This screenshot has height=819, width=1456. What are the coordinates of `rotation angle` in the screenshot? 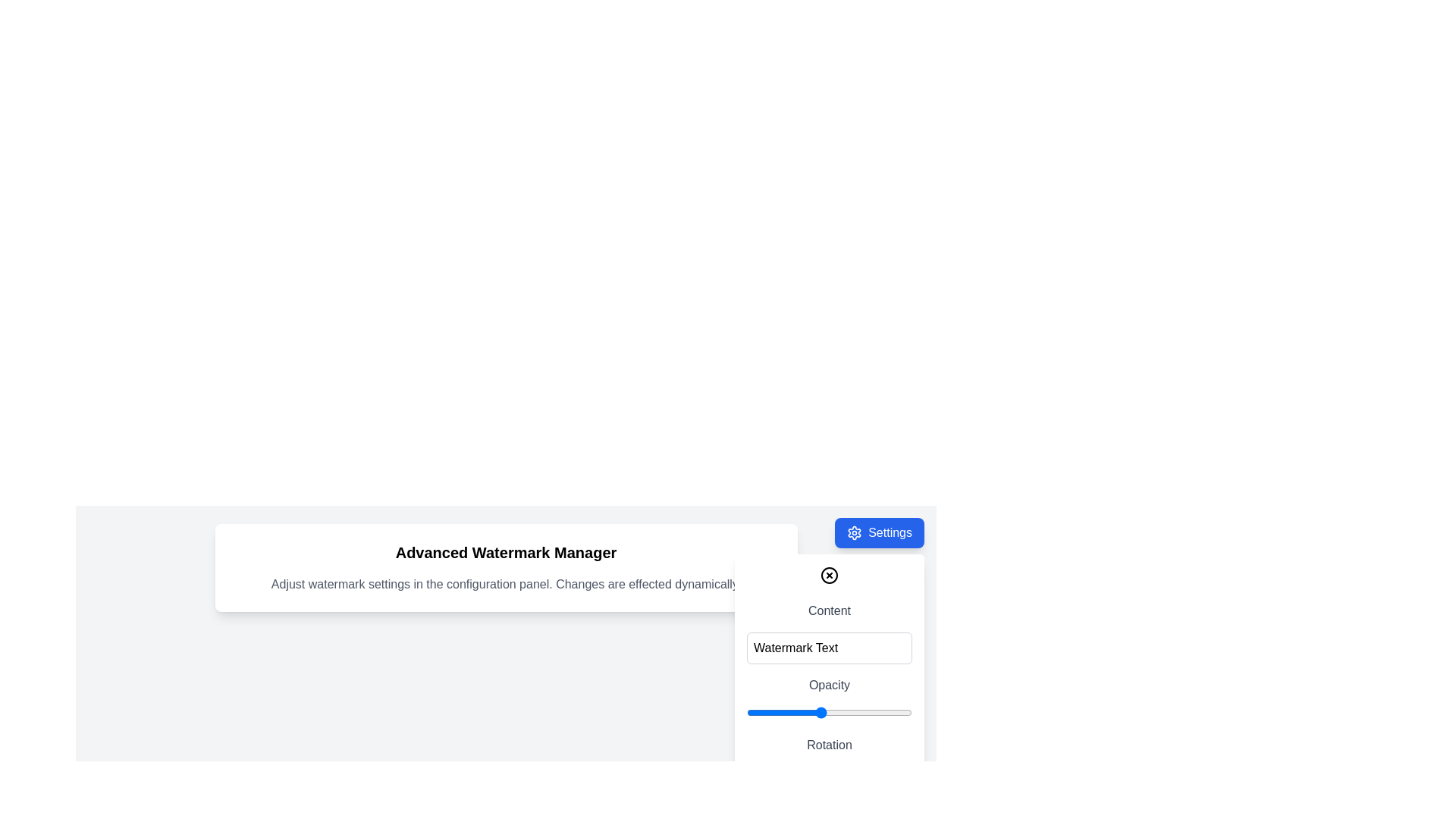 It's located at (832, 772).